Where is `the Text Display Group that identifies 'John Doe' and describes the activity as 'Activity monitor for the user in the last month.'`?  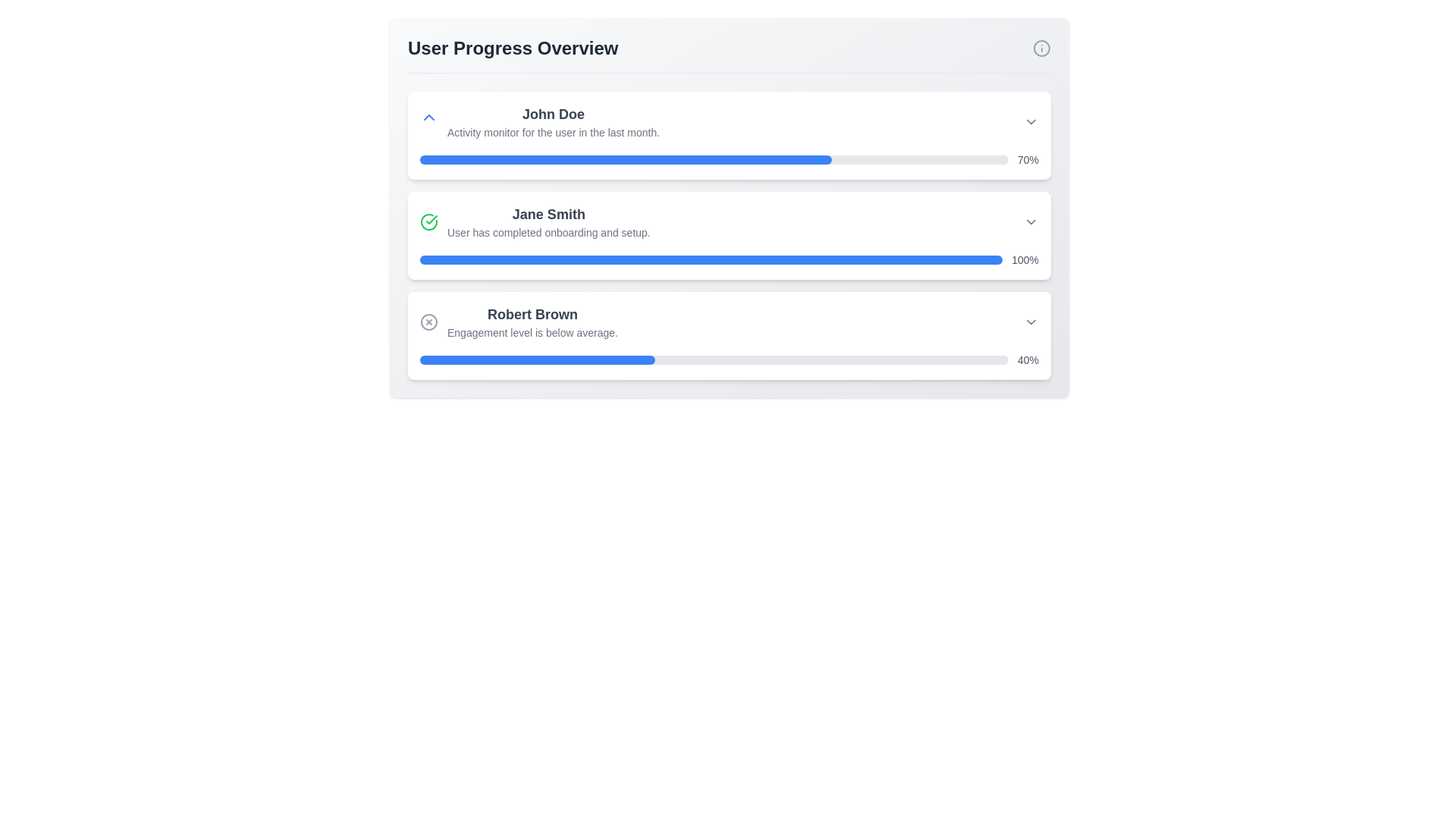
the Text Display Group that identifies 'John Doe' and describes the activity as 'Activity monitor for the user in the last month.' is located at coordinates (552, 121).